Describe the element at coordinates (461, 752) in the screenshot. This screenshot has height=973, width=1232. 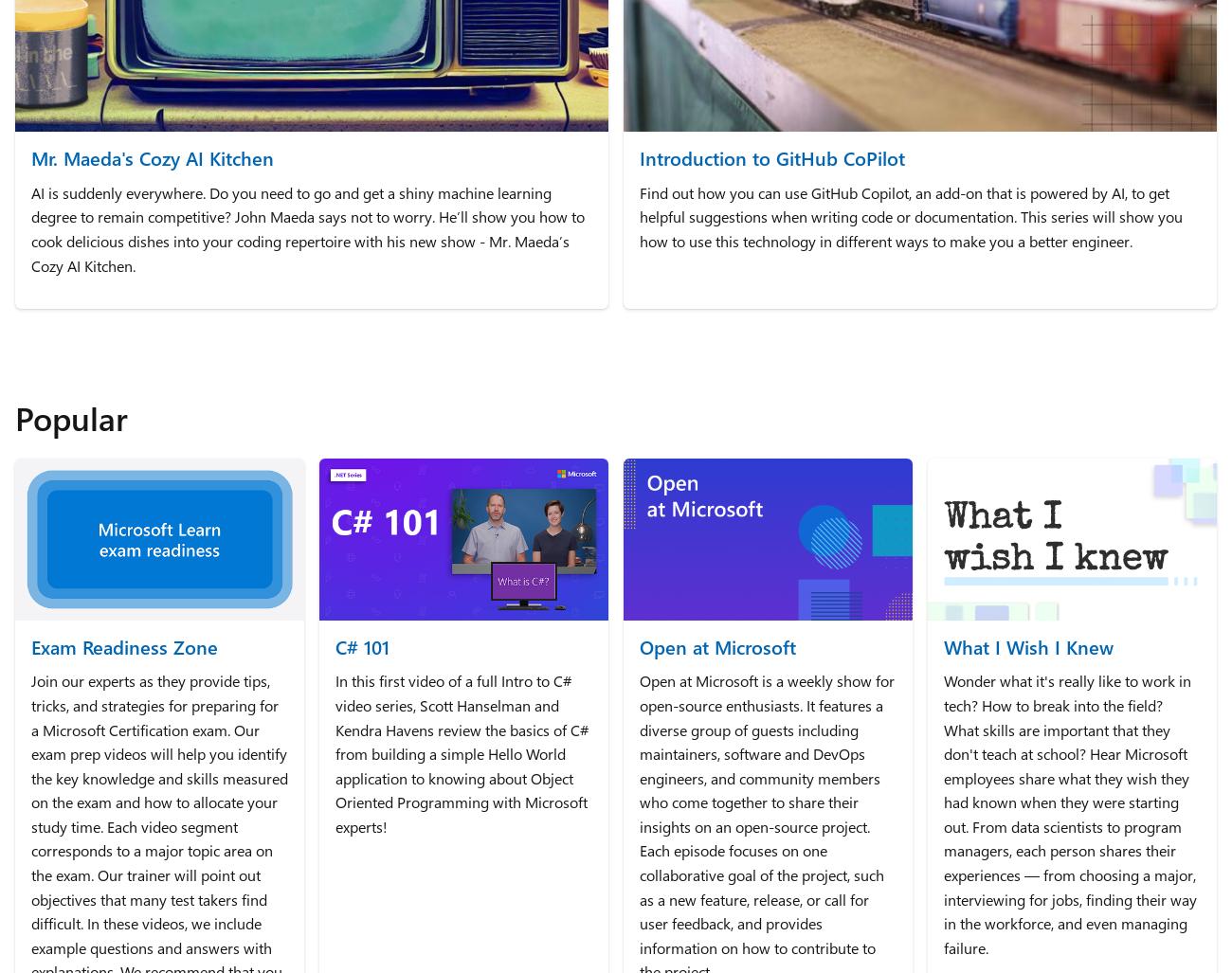
I see `'In this first video of a full Intro to C# video series, Scott Hanselman and Kendra Havens review the basics of C# from building a simple Hello World application to knowing about Object Oriented Programming with Microsoft experts!'` at that location.